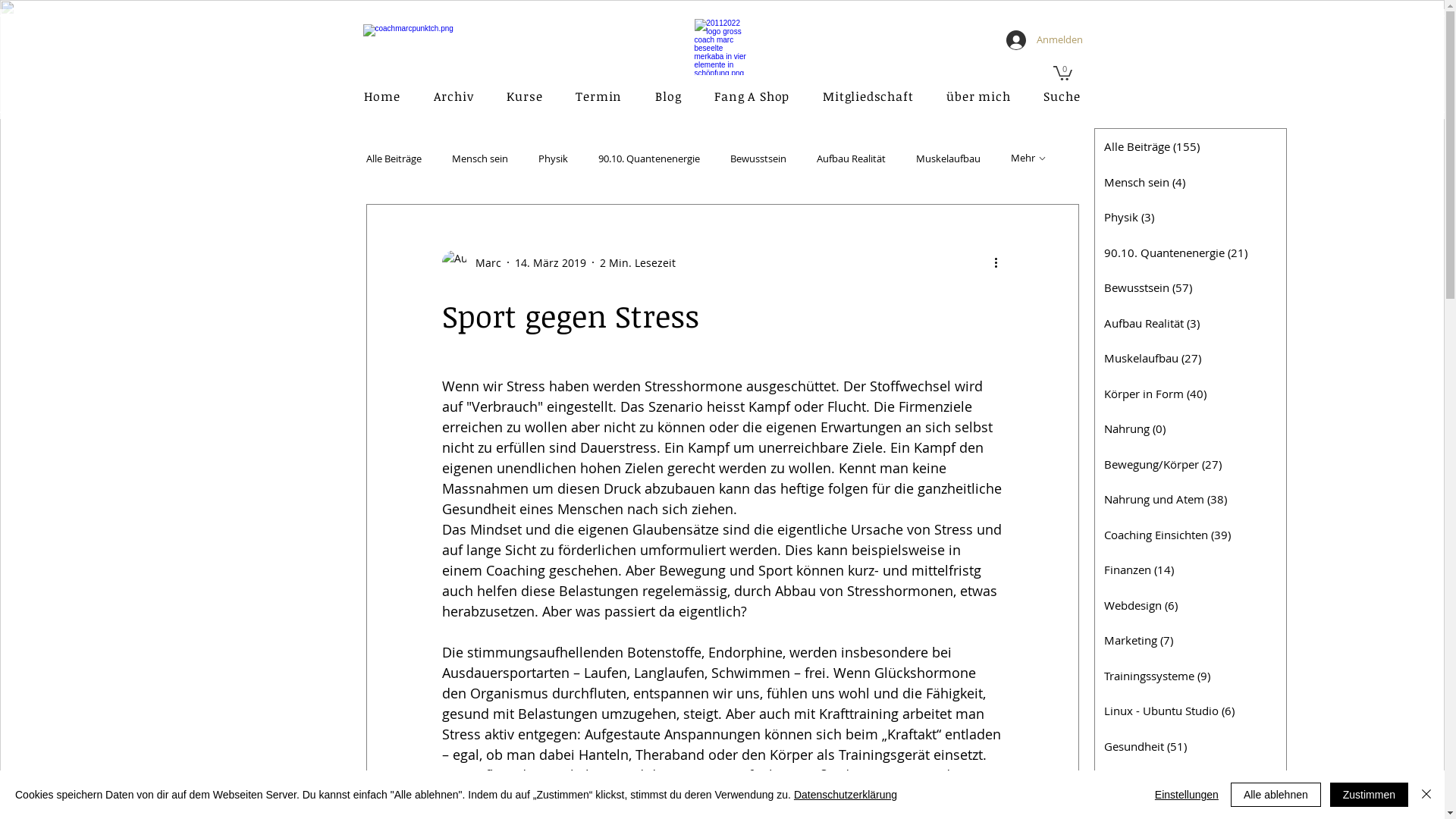 The height and width of the screenshot is (819, 1456). I want to click on 'Physik', so click(552, 158).